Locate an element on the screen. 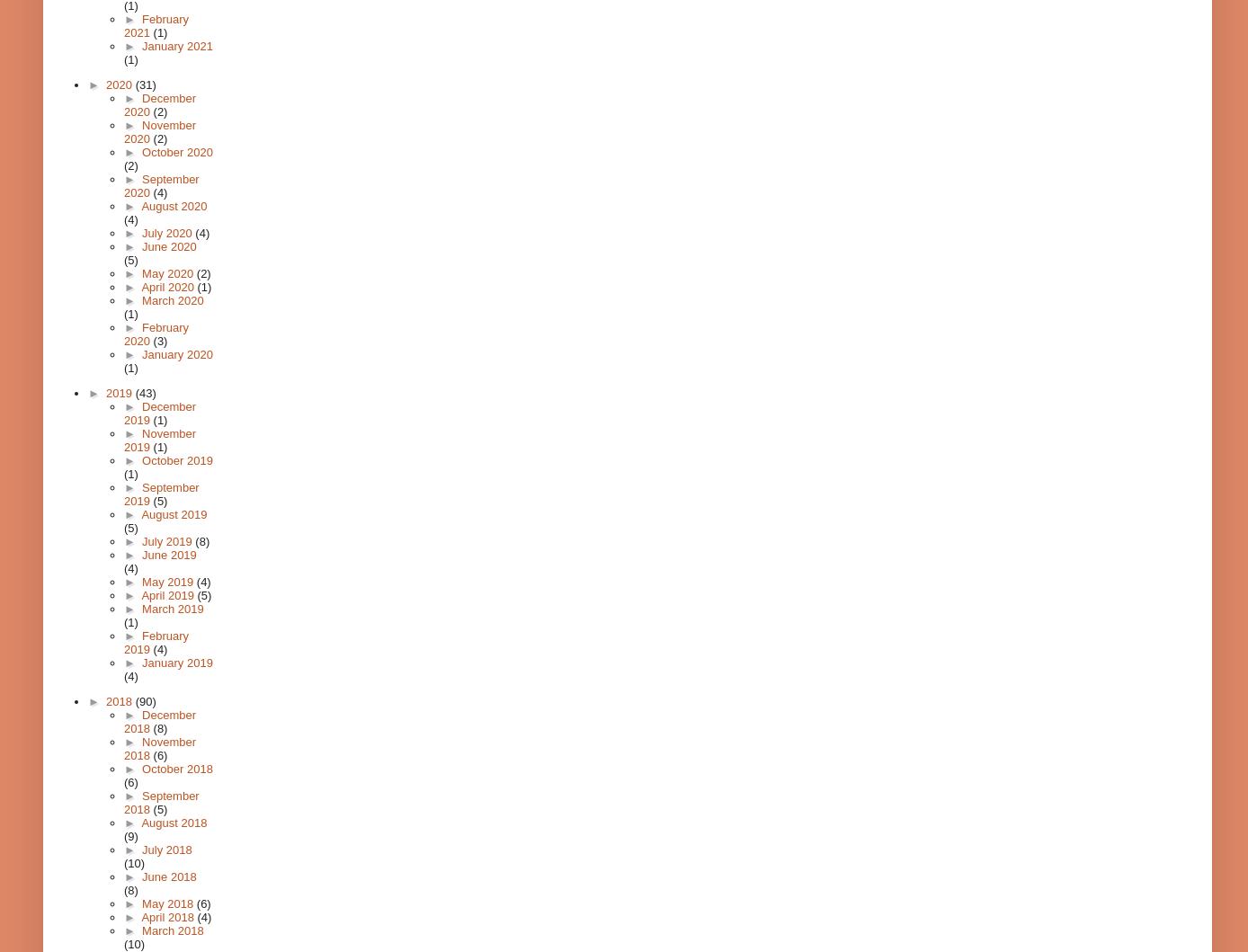 Image resolution: width=1248 pixels, height=952 pixels. 'June 2020' is located at coordinates (167, 246).